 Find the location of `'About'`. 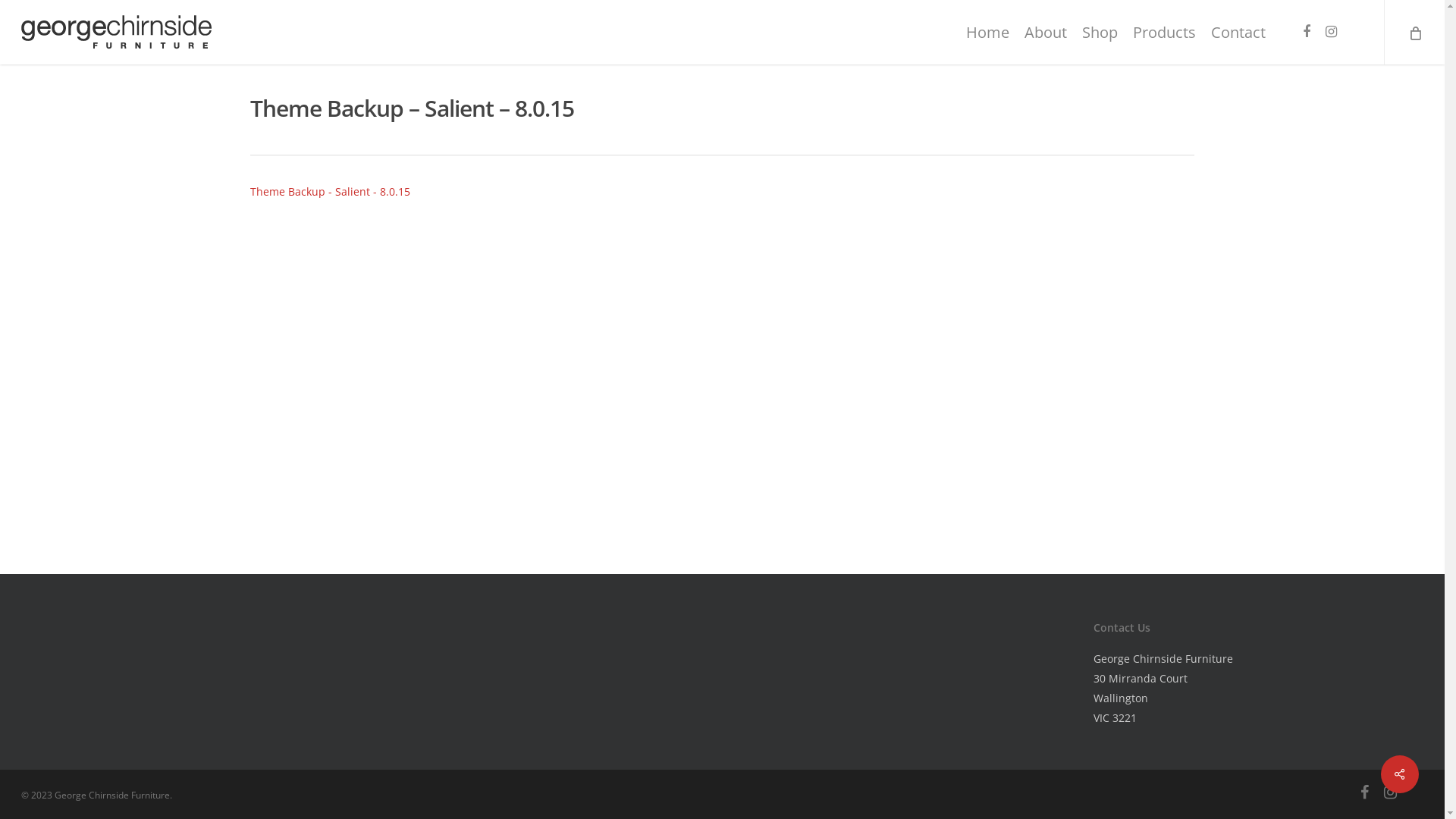

'About' is located at coordinates (1044, 32).